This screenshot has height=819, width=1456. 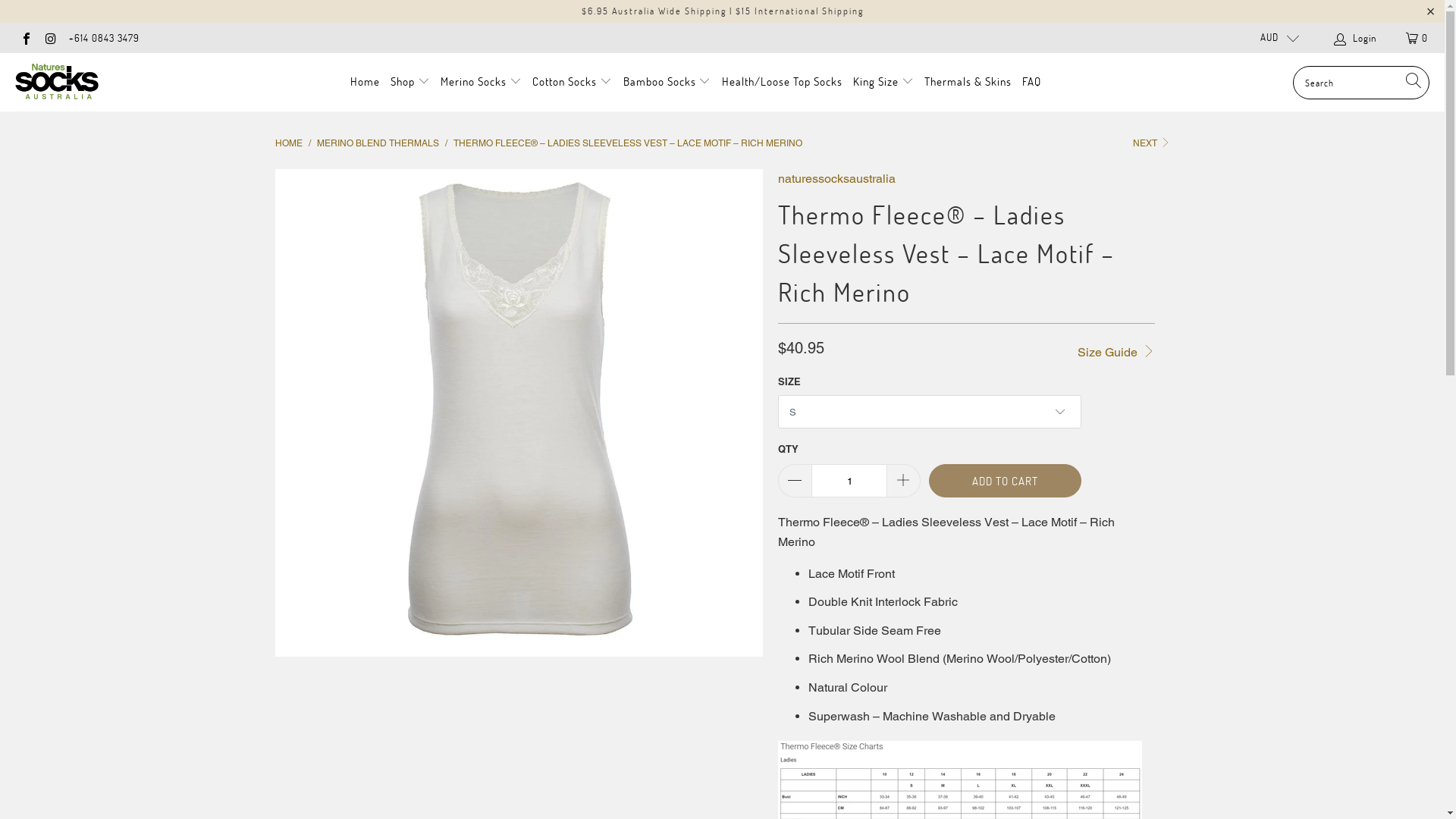 What do you see at coordinates (1273, 37) in the screenshot?
I see `'AUD'` at bounding box center [1273, 37].